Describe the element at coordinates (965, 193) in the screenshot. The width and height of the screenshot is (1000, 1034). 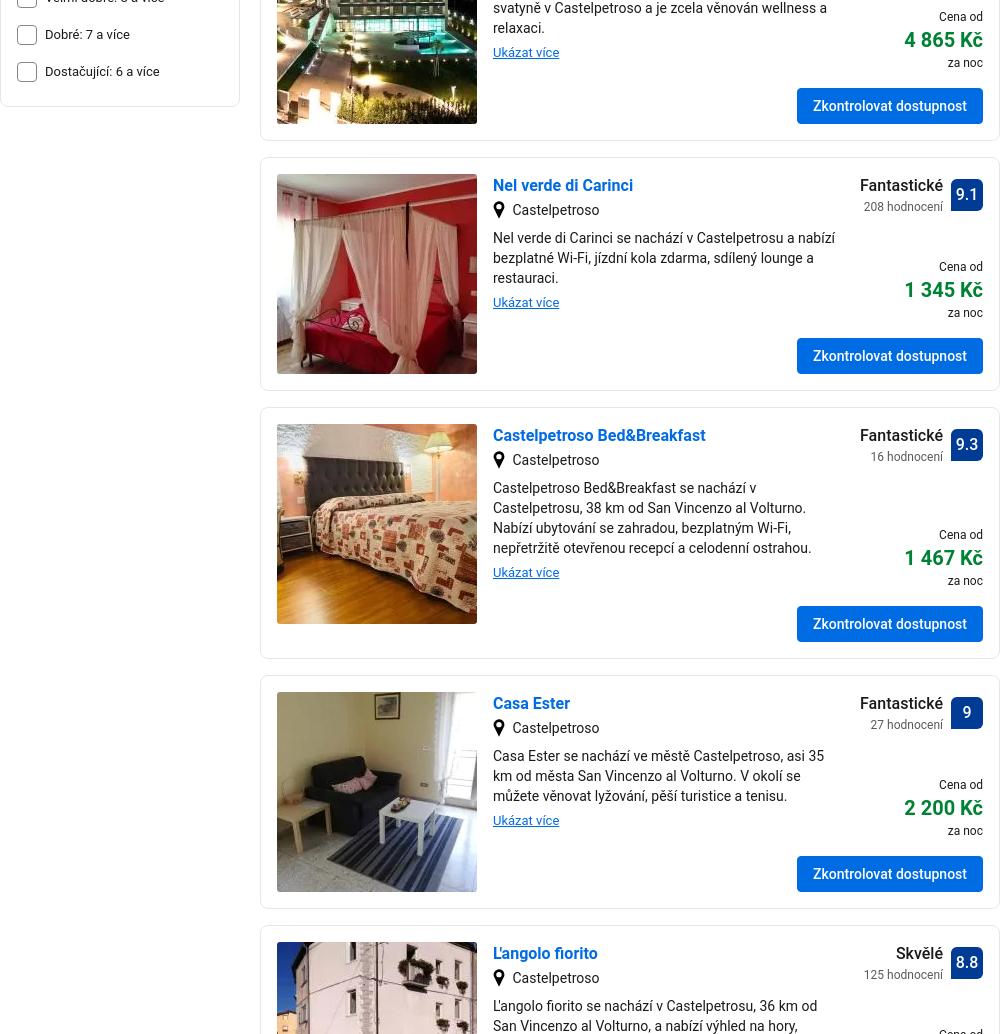
I see `'9.1'` at that location.